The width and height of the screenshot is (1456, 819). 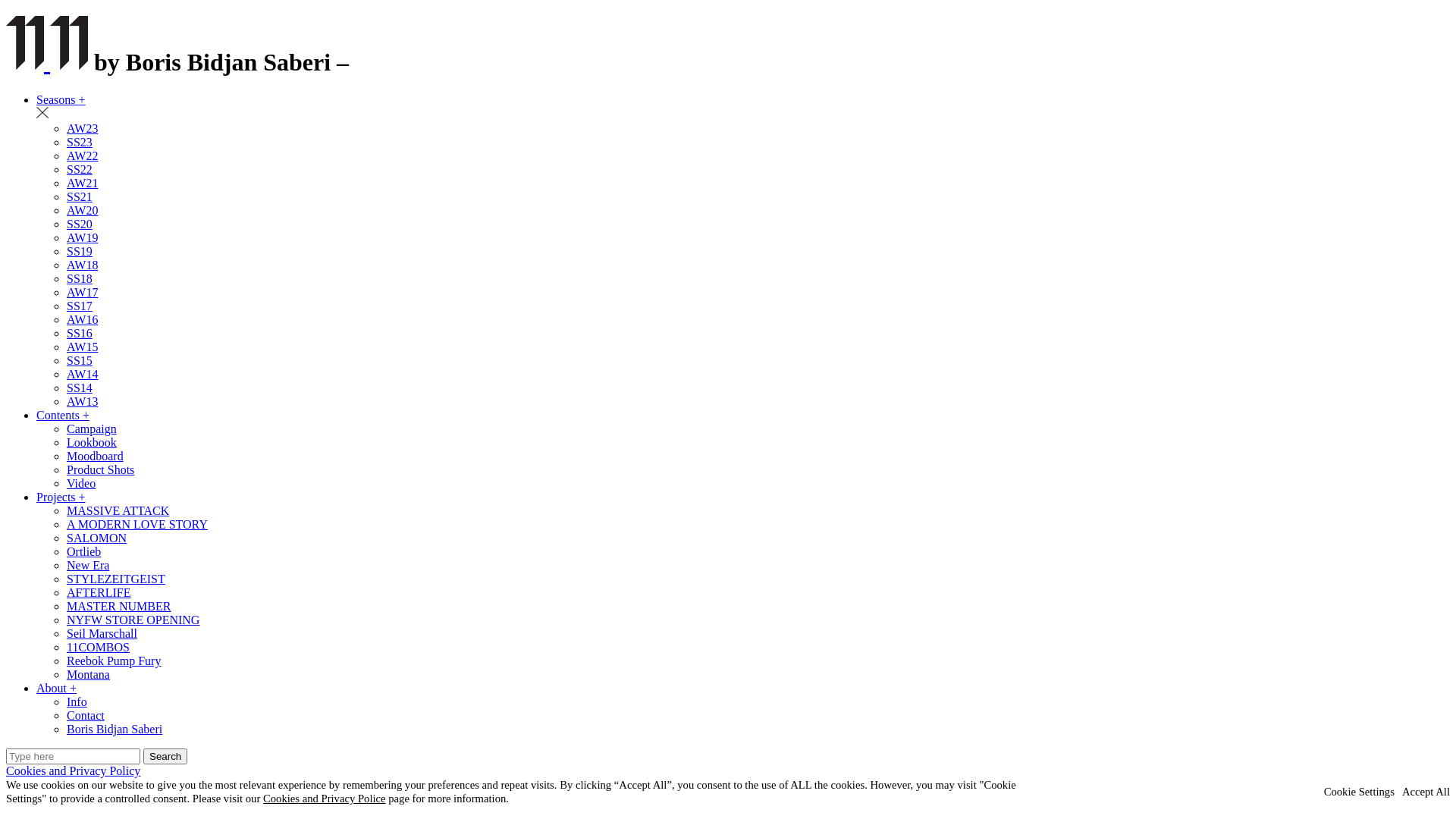 What do you see at coordinates (65, 673) in the screenshot?
I see `'Montana'` at bounding box center [65, 673].